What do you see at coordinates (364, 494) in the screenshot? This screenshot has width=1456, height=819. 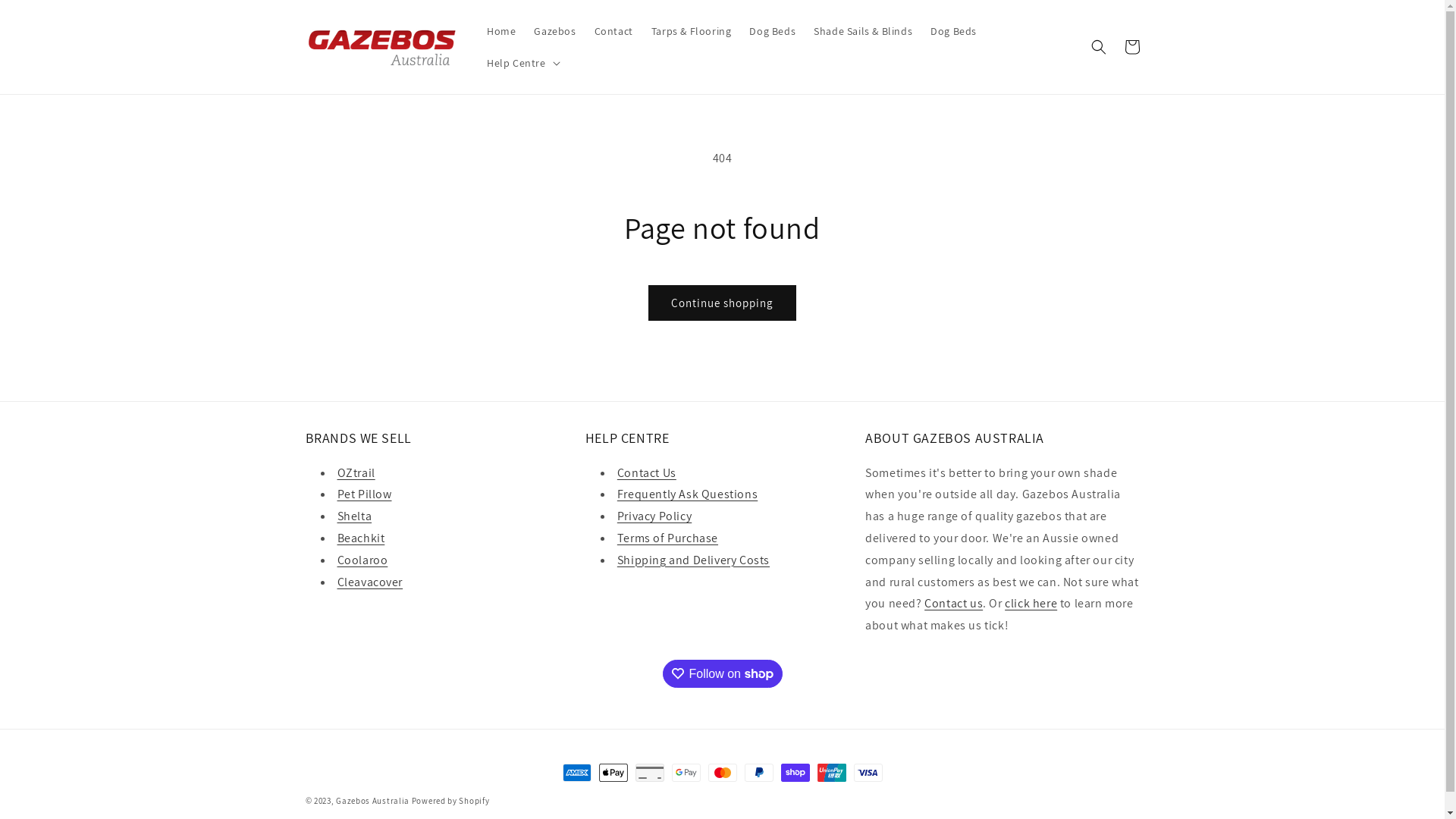 I see `'Pet Pillow'` at bounding box center [364, 494].